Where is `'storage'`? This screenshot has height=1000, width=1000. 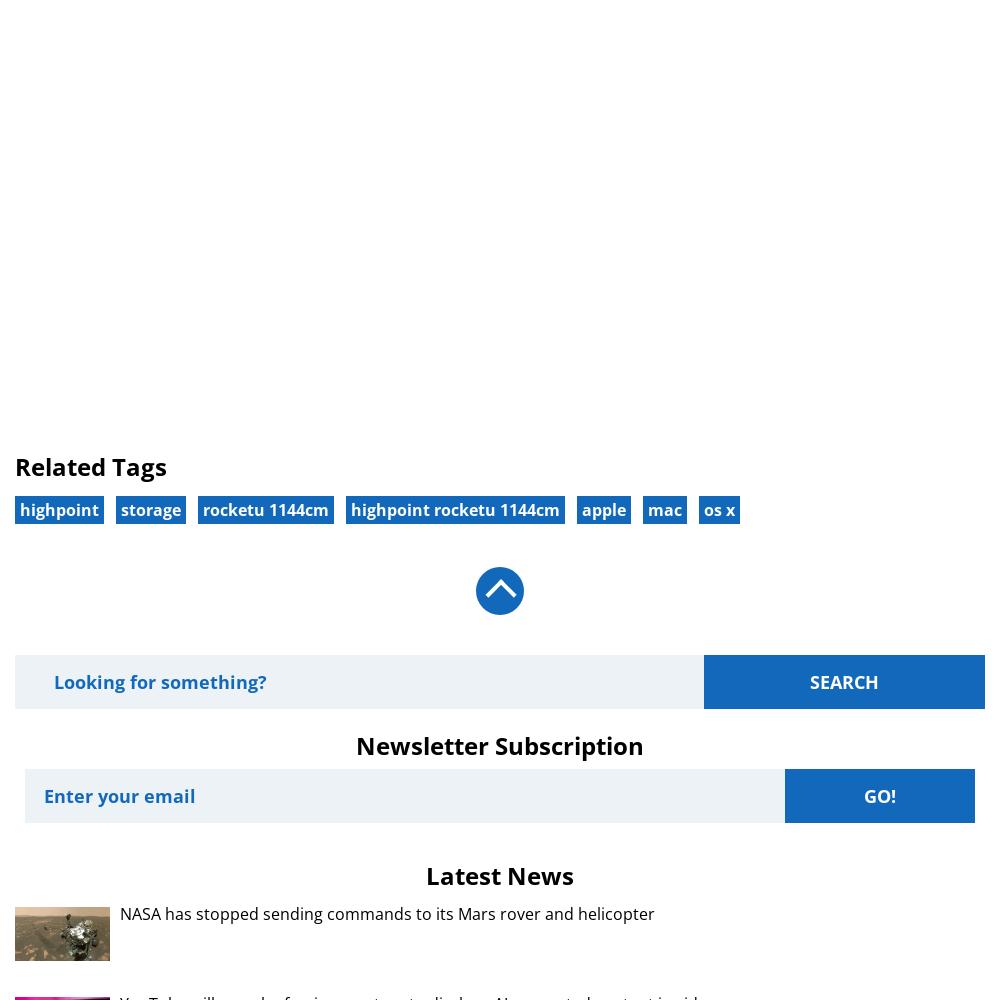
'storage' is located at coordinates (151, 509).